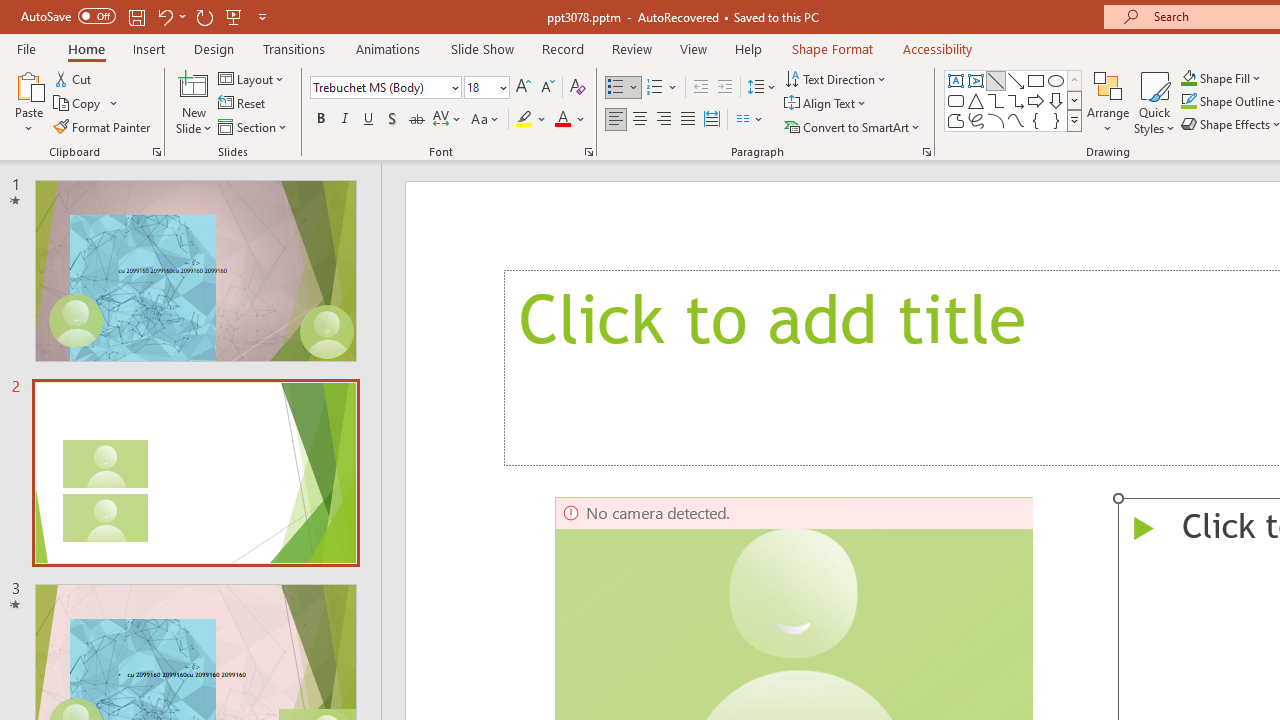 The width and height of the screenshot is (1280, 720). I want to click on 'Font...', so click(587, 150).